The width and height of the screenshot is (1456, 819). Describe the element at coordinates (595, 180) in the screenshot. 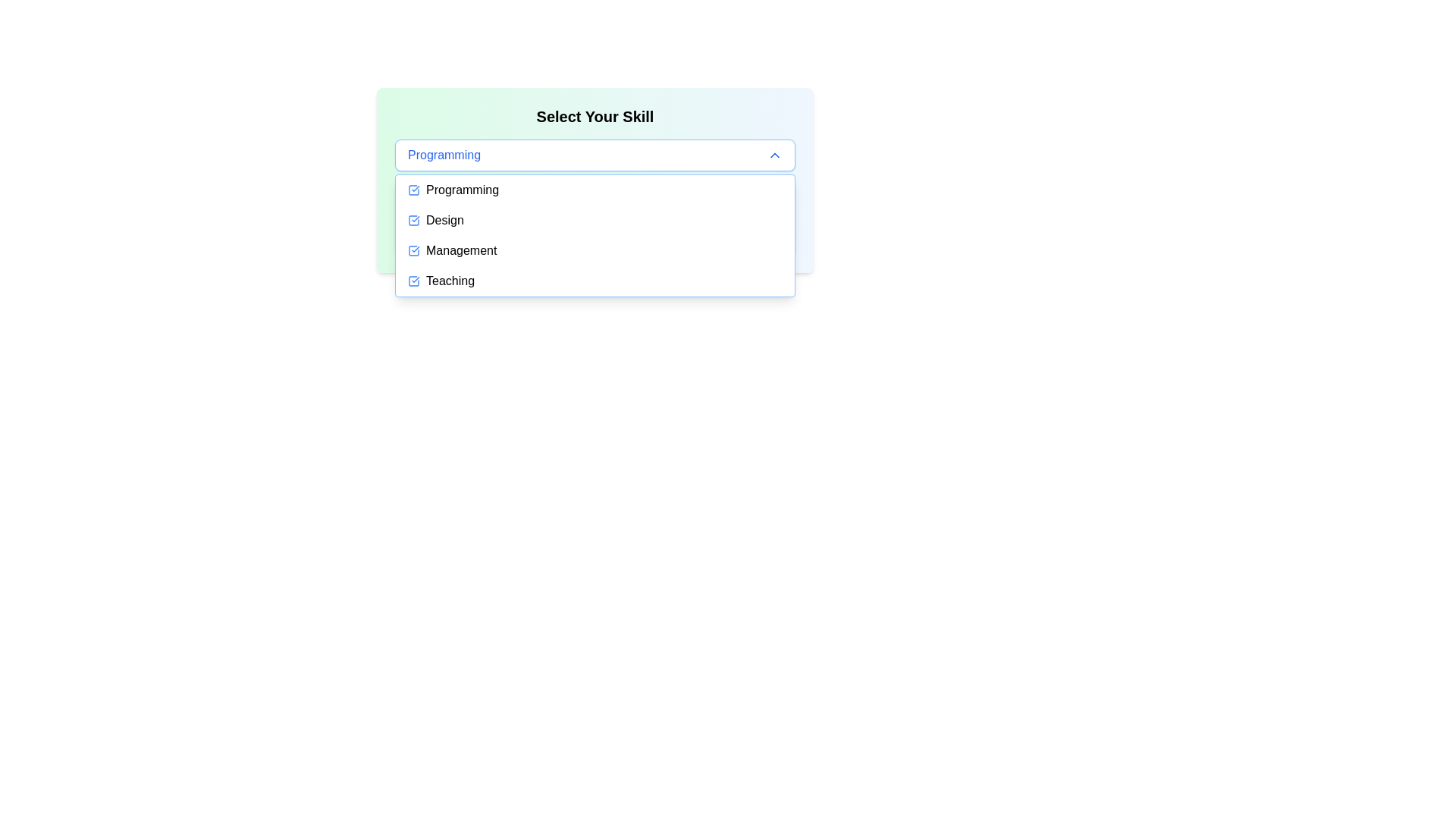

I see `the central dropdown menu to choose a skill from the list of options` at that location.